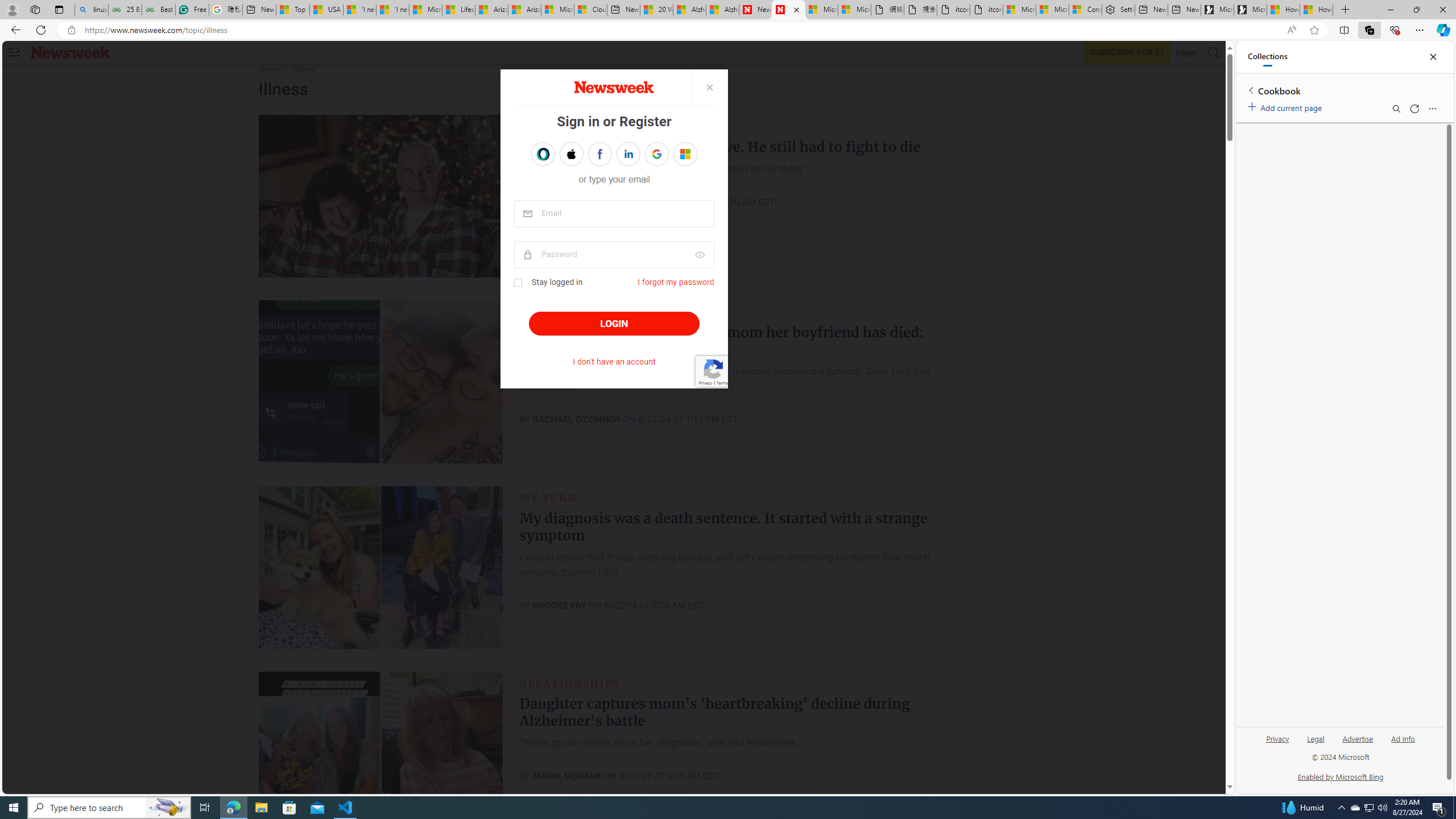 The image size is (1456, 819). Describe the element at coordinates (1277, 738) in the screenshot. I see `'Privacy'` at that location.